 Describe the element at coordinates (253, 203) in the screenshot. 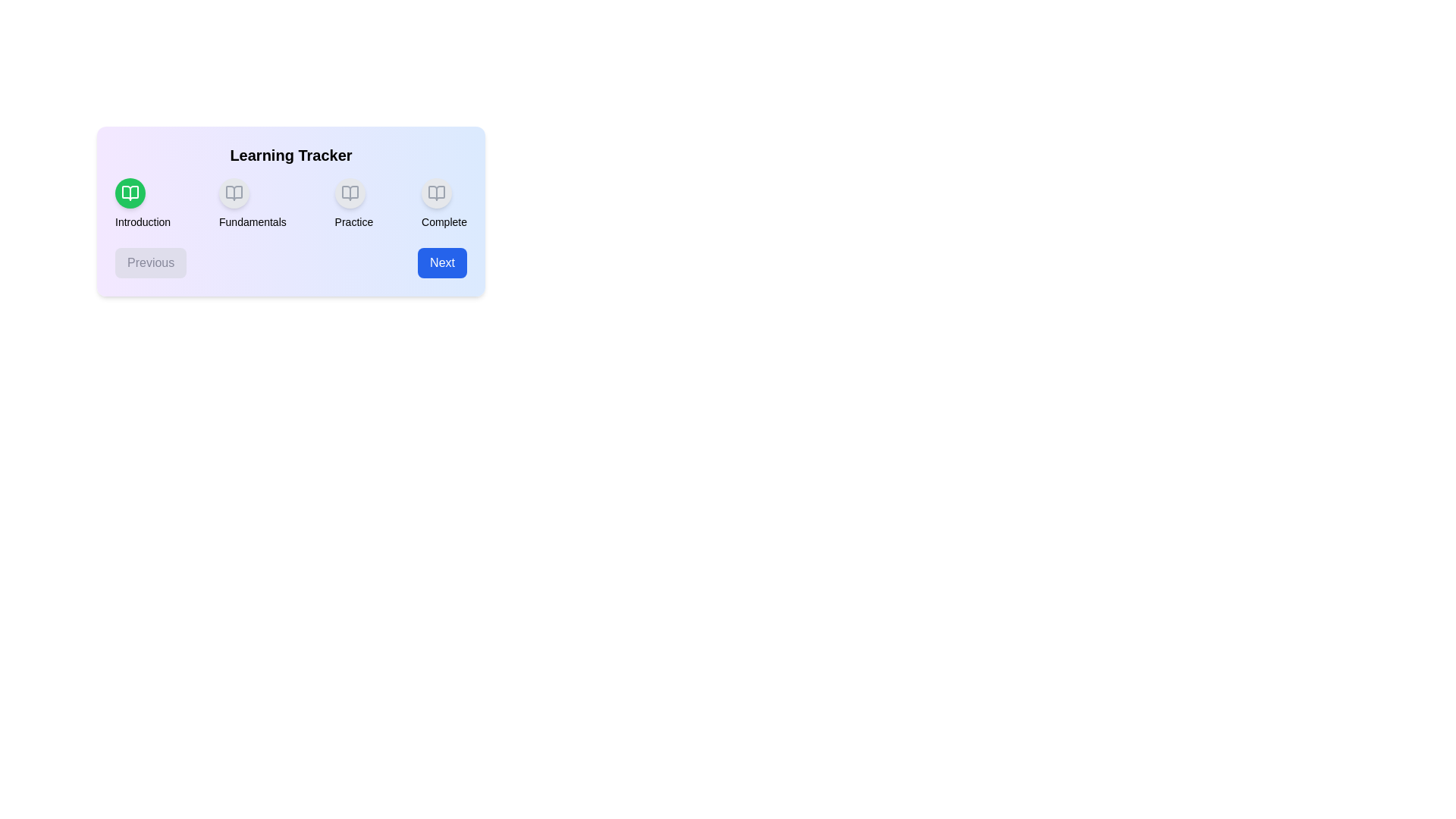

I see `the 'Fundamentals' stage in the Learning Tracker` at that location.